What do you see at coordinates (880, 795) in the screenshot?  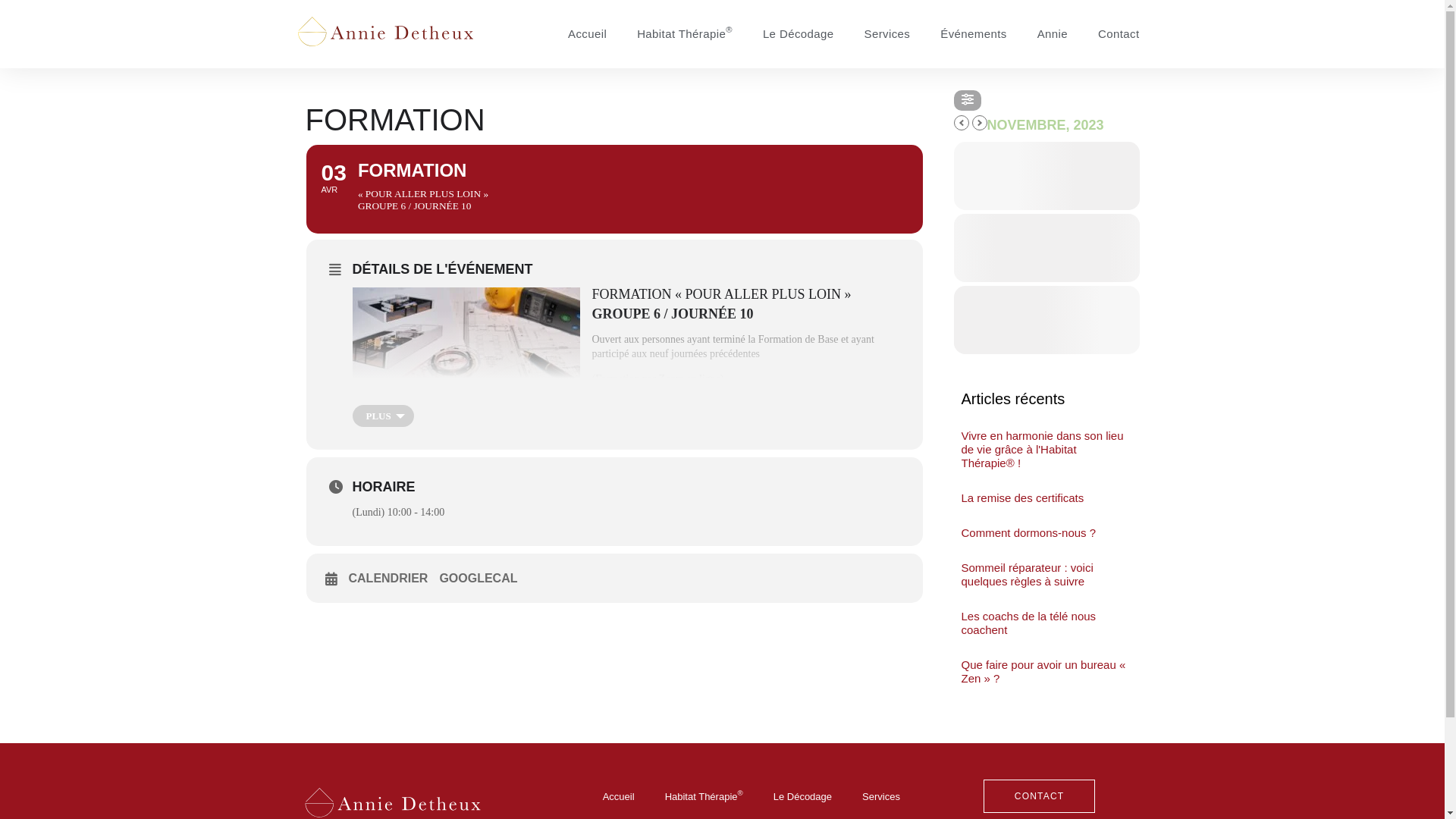 I see `'Services'` at bounding box center [880, 795].